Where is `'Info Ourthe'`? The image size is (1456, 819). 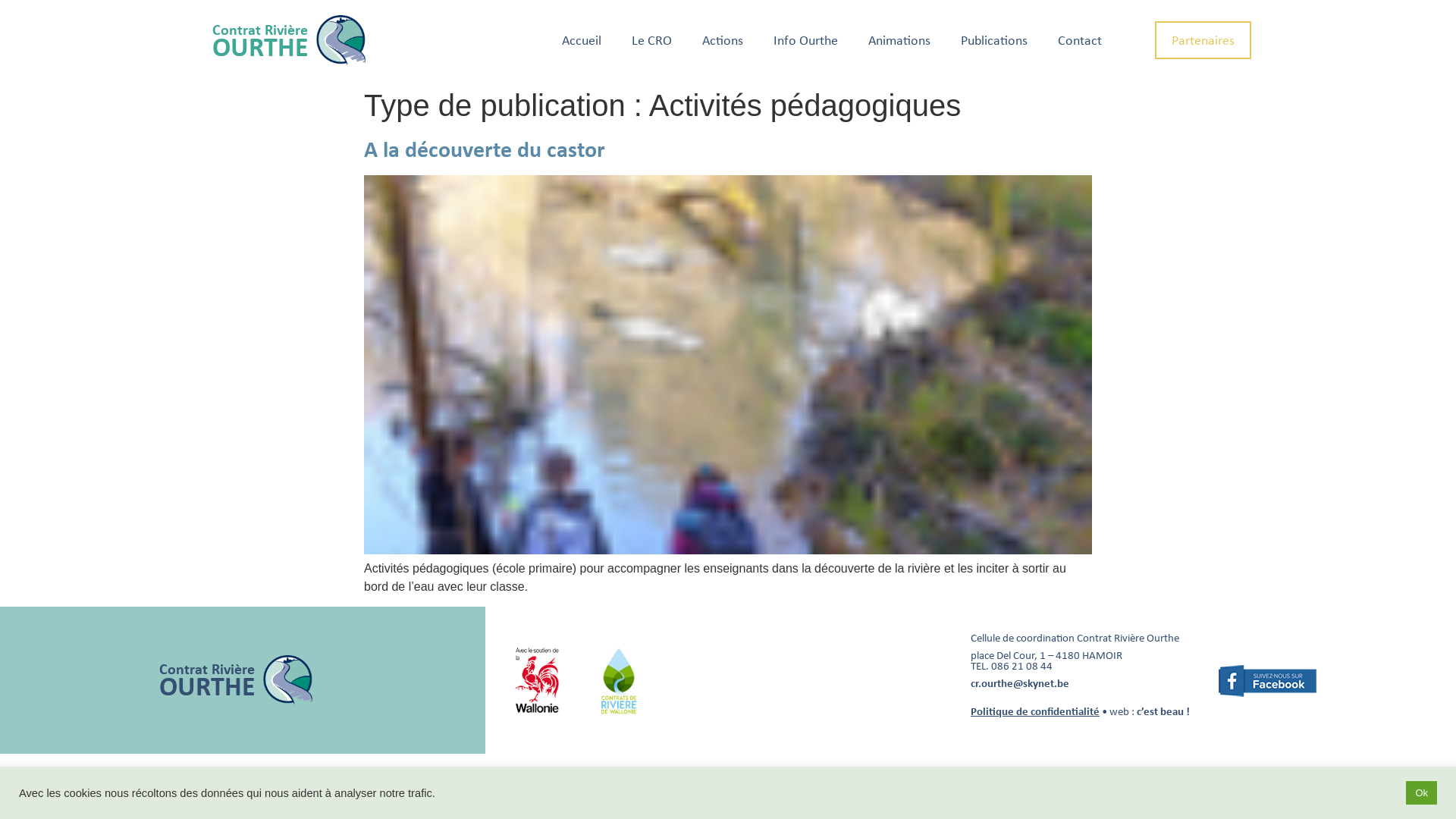
'Info Ourthe' is located at coordinates (805, 39).